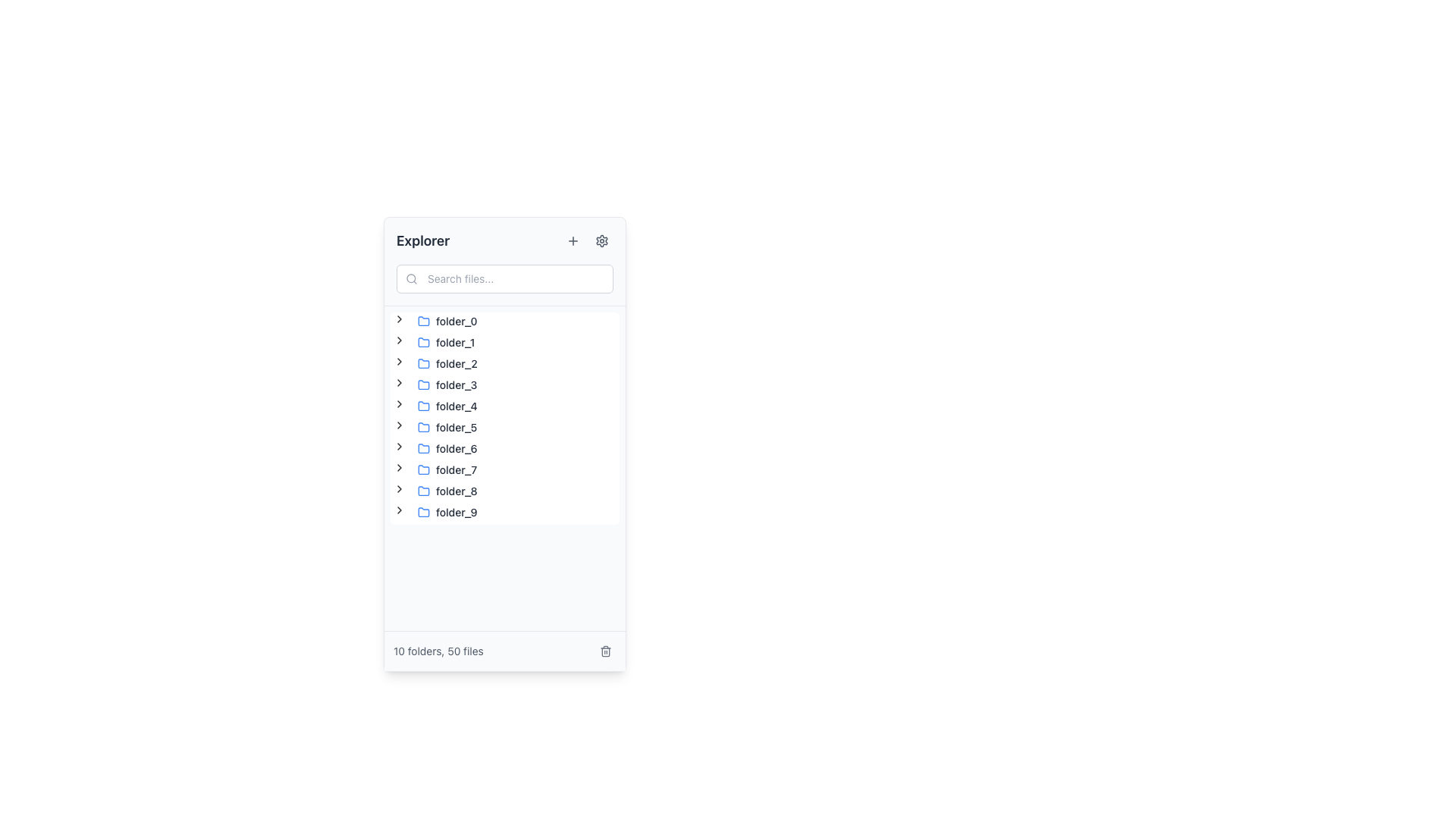  I want to click on on the right-facing chevron icon adjacent, so click(400, 510).